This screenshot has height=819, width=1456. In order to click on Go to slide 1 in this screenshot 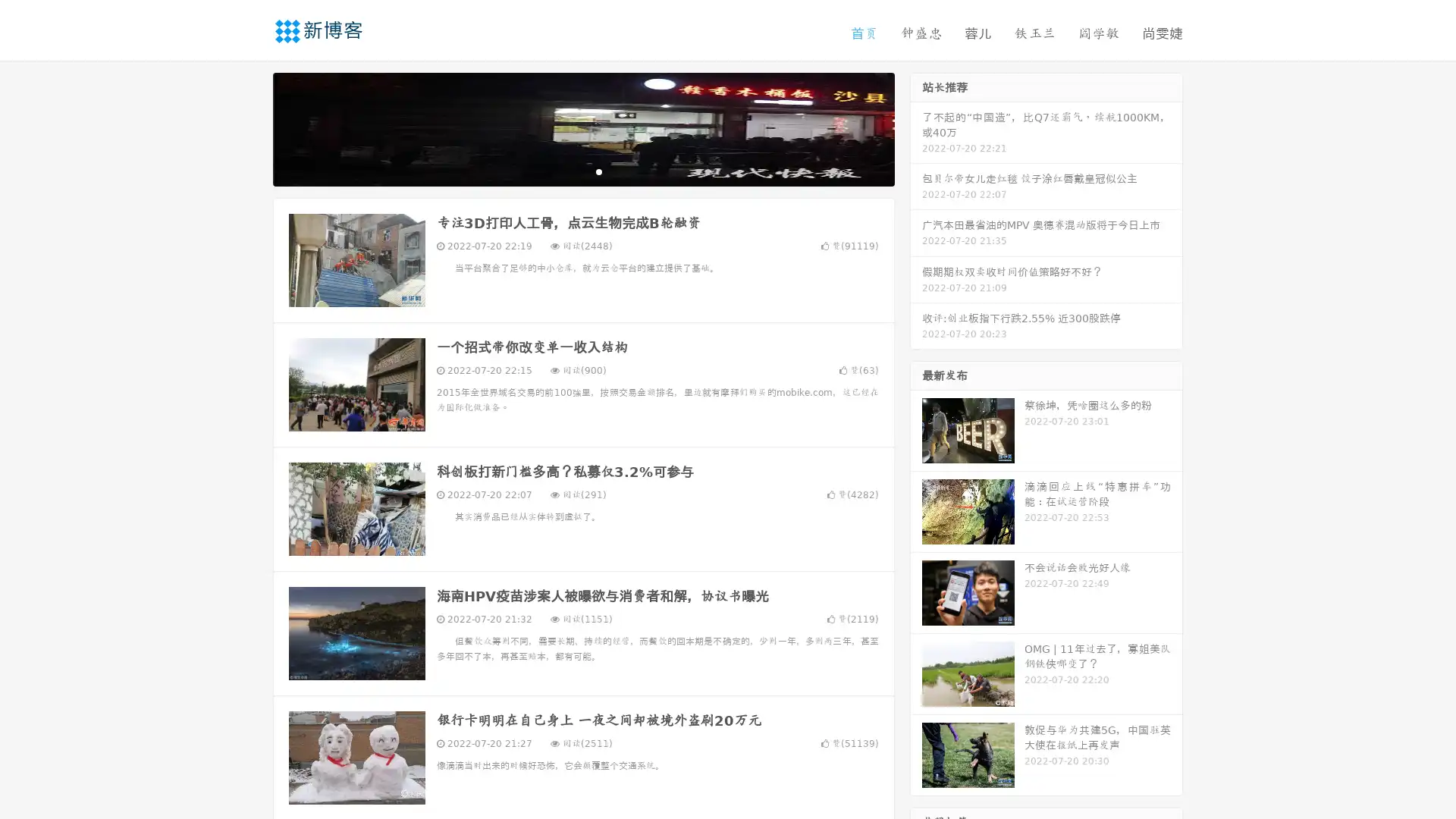, I will do `click(567, 171)`.